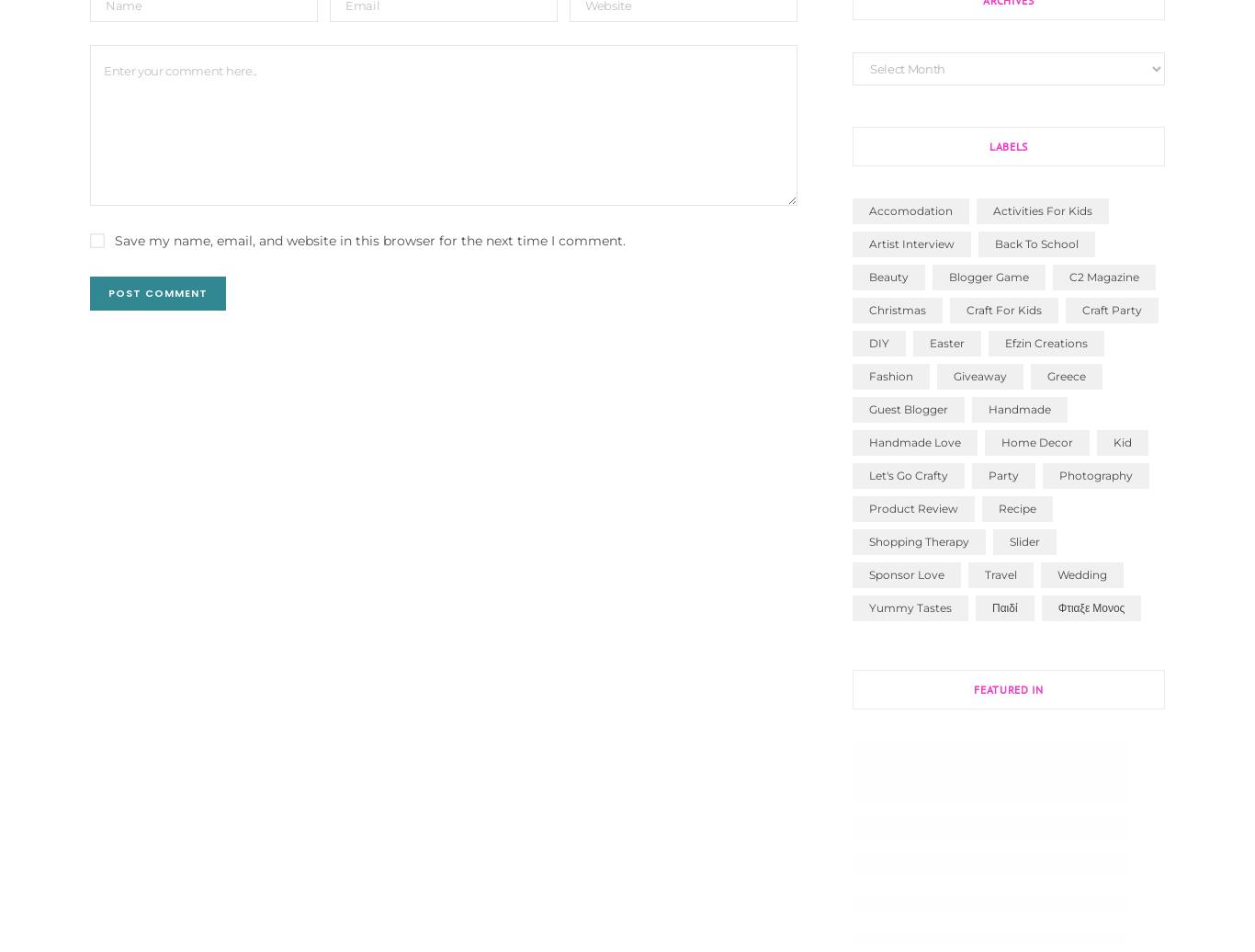 Image resolution: width=1255 pixels, height=952 pixels. Describe the element at coordinates (1007, 688) in the screenshot. I see `'Featured in'` at that location.